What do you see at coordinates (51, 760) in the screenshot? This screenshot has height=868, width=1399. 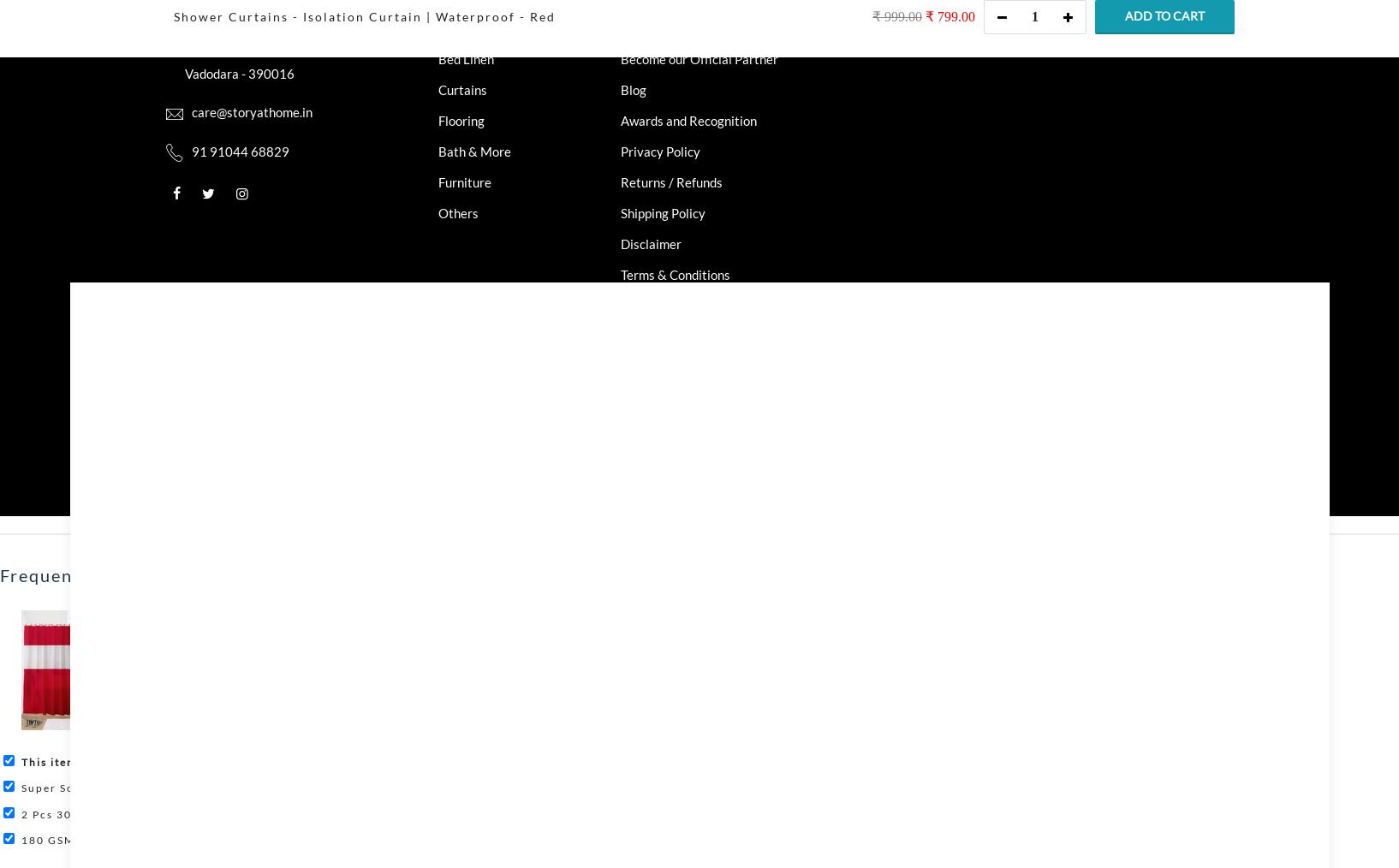 I see `'This item:'` at bounding box center [51, 760].